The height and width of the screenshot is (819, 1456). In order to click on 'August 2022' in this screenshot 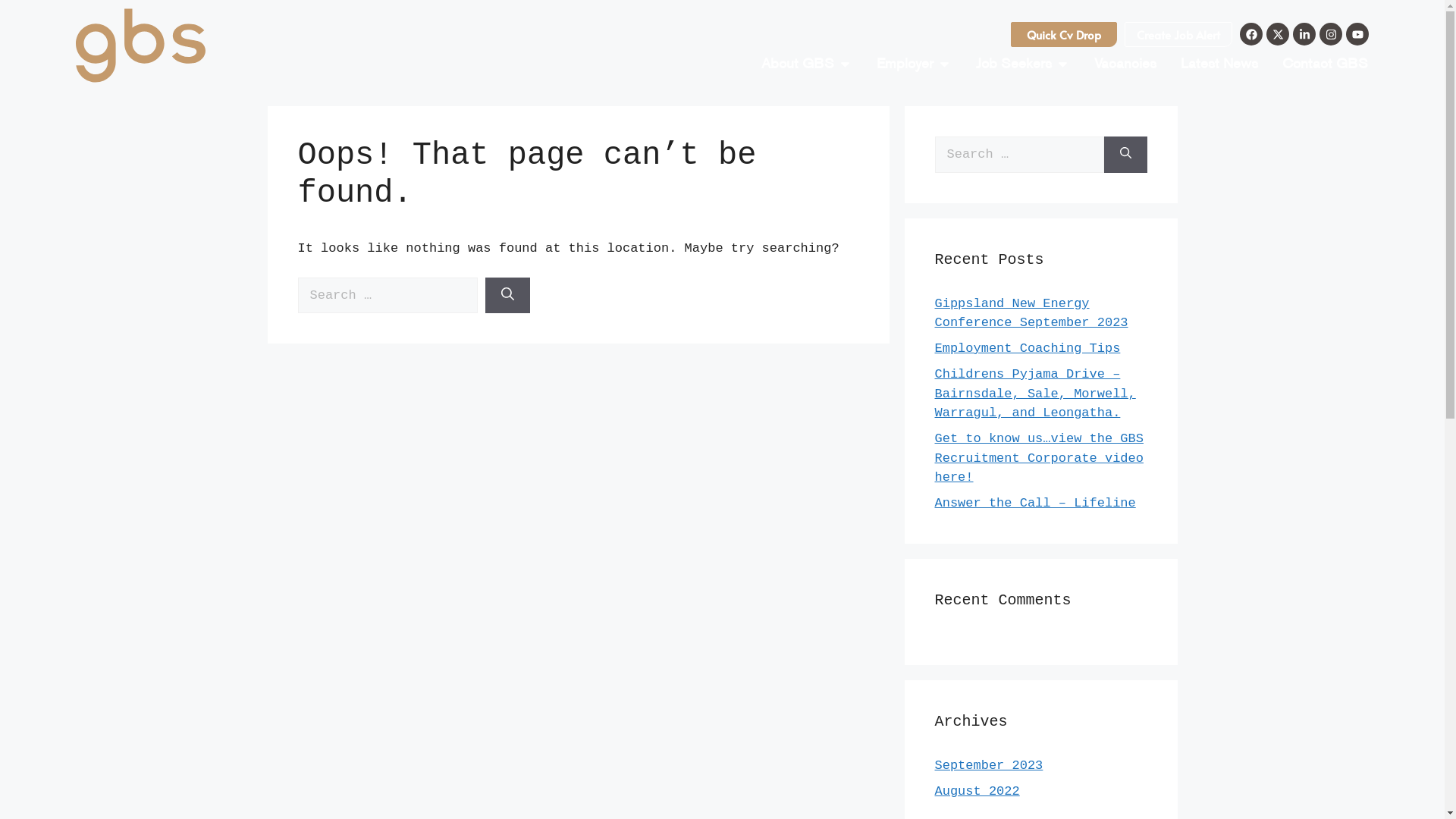, I will do `click(976, 790)`.